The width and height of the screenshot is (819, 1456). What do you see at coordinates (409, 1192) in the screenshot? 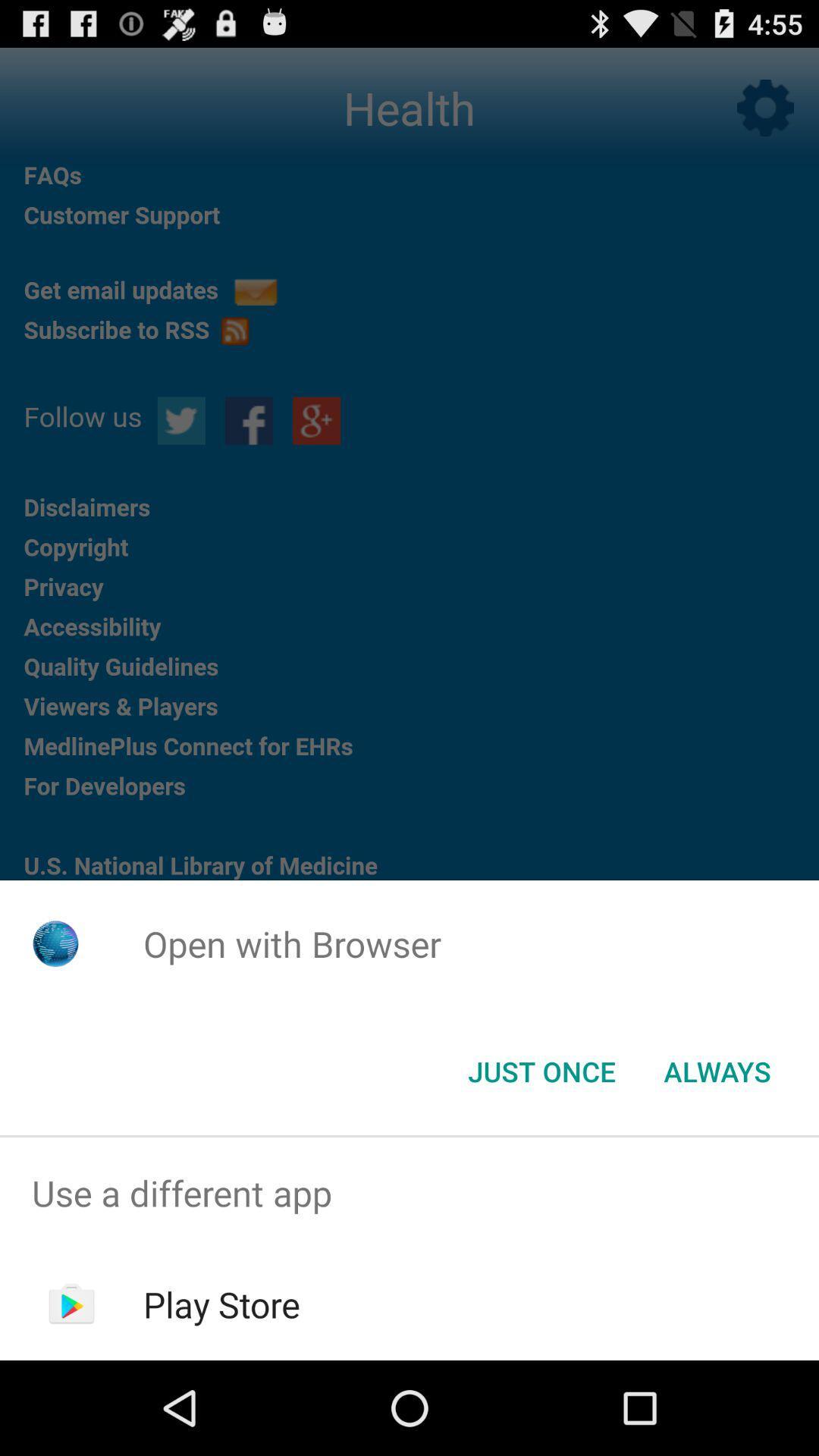
I see `the item above the play store` at bounding box center [409, 1192].